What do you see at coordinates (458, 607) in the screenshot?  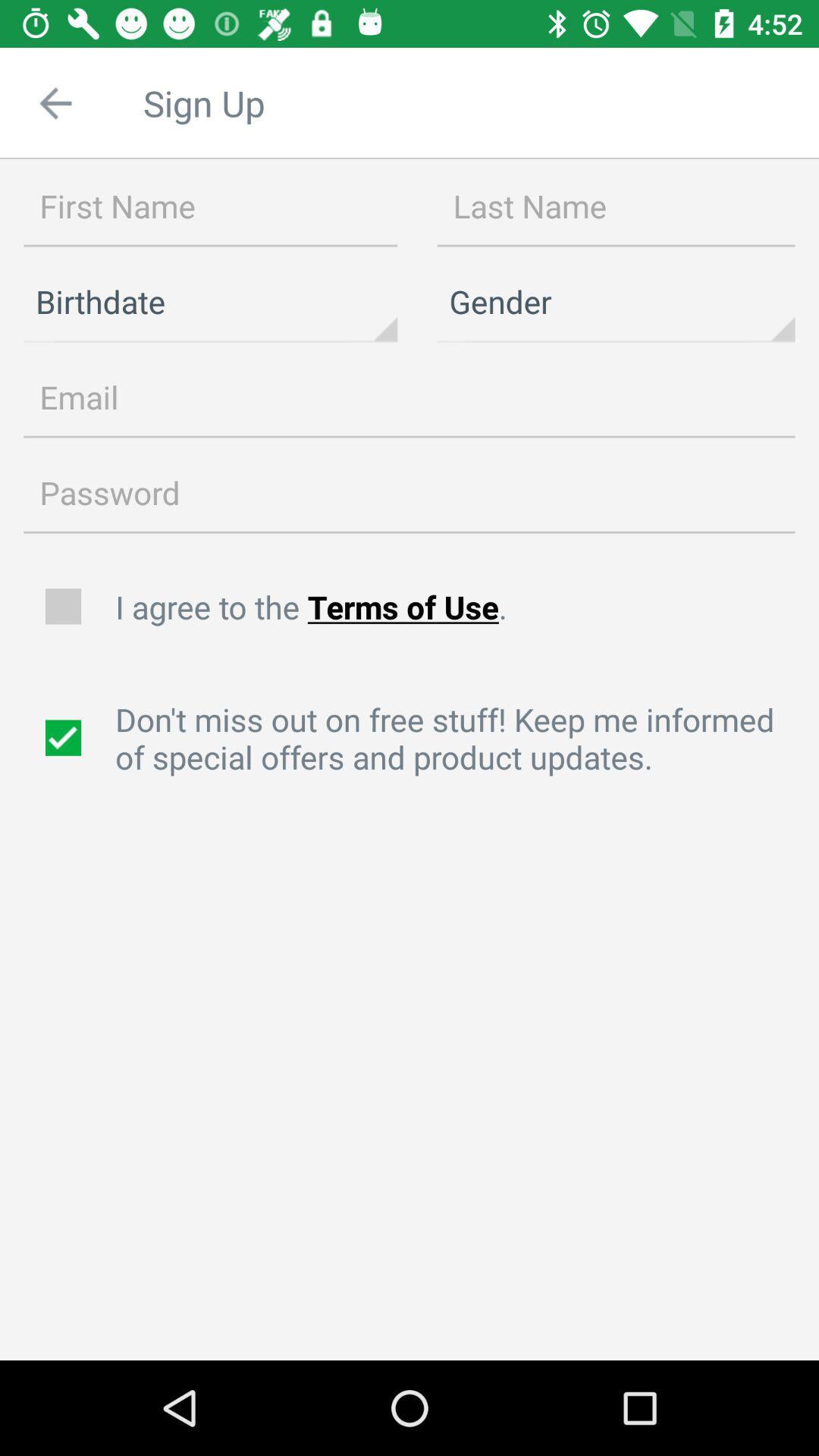 I see `the item above don t miss` at bounding box center [458, 607].